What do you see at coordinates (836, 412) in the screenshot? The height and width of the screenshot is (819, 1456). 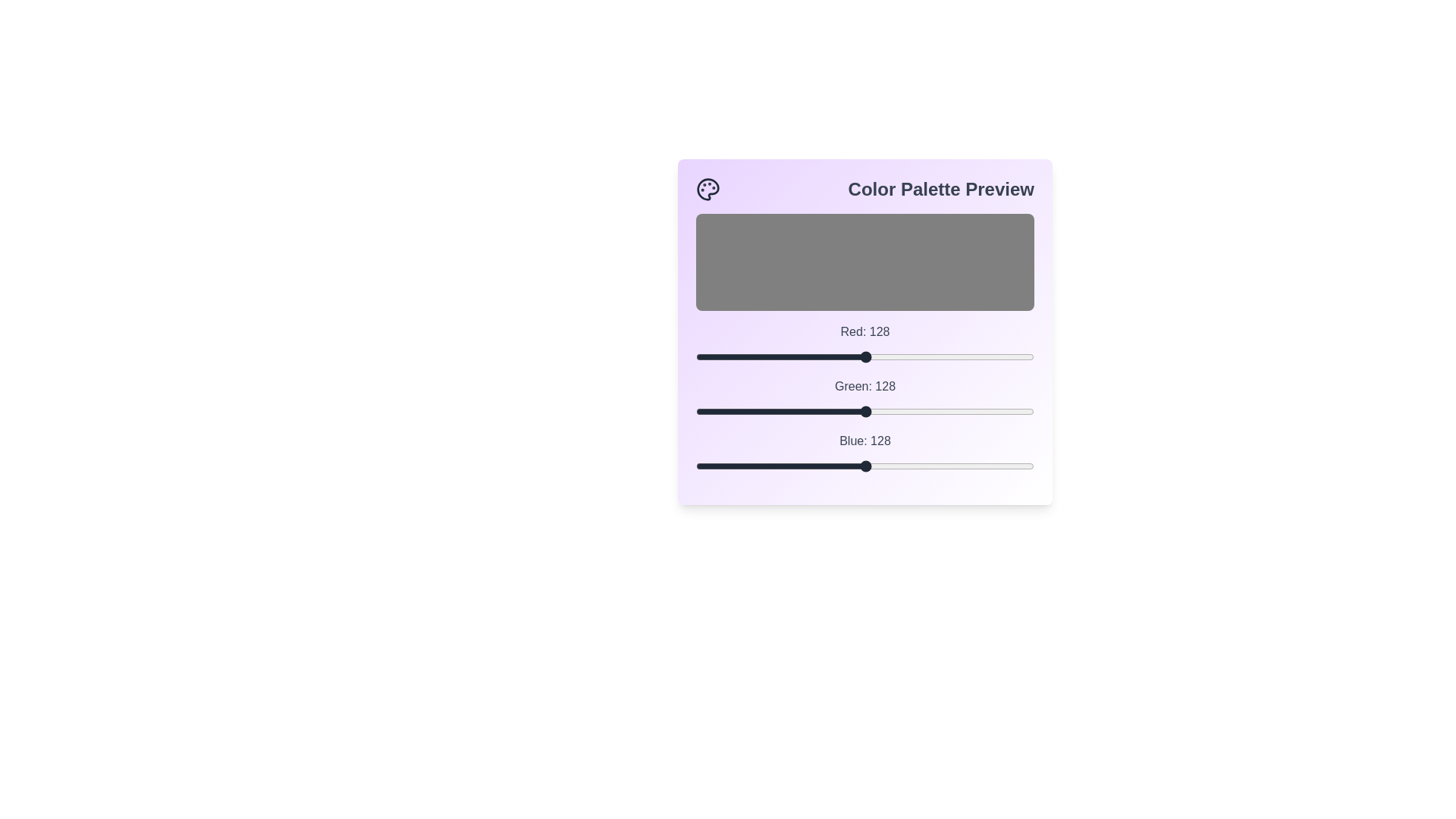 I see `the green color value` at bounding box center [836, 412].